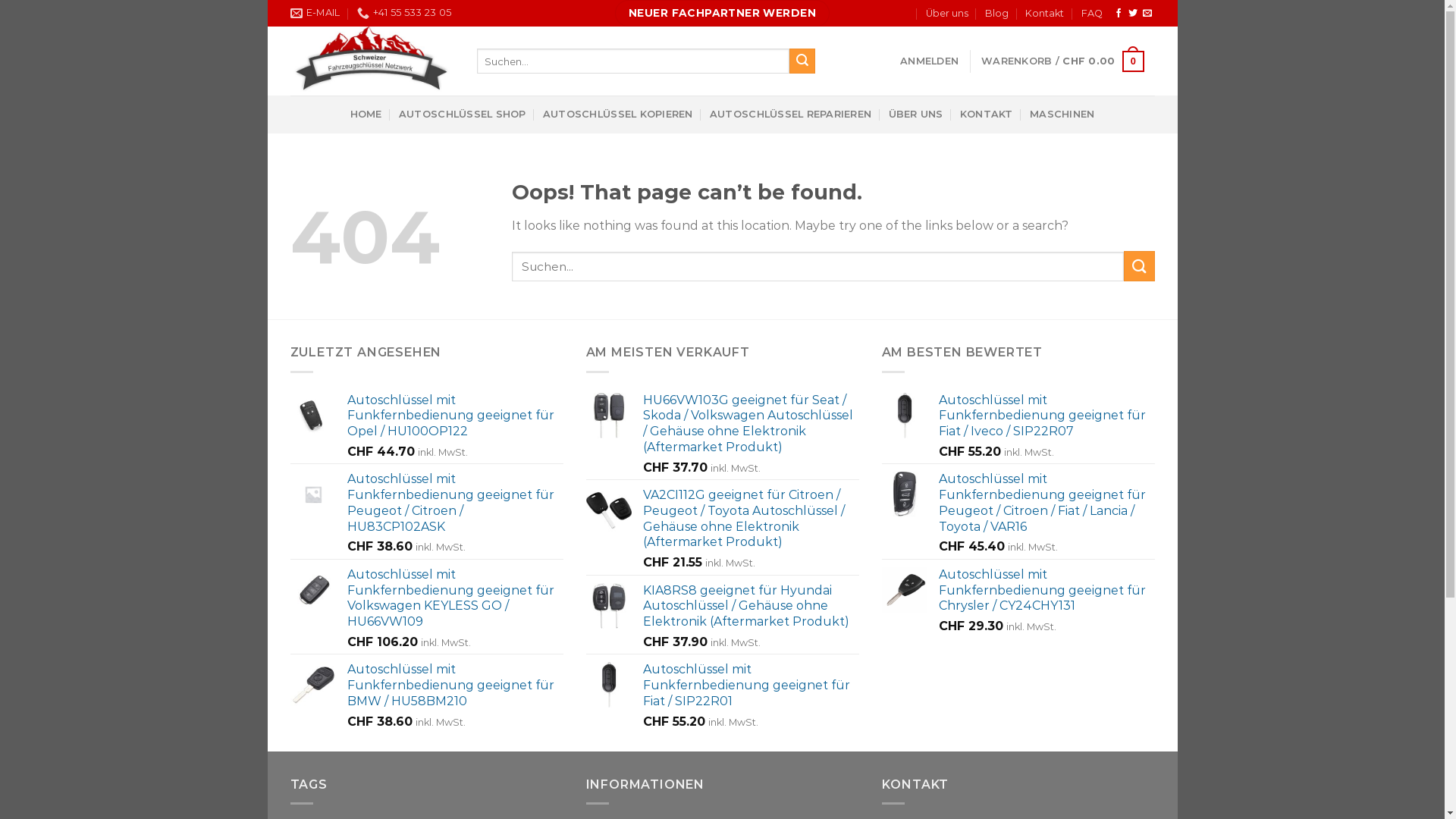 The width and height of the screenshot is (1456, 819). I want to click on 'MASCHINEN', so click(1061, 113).